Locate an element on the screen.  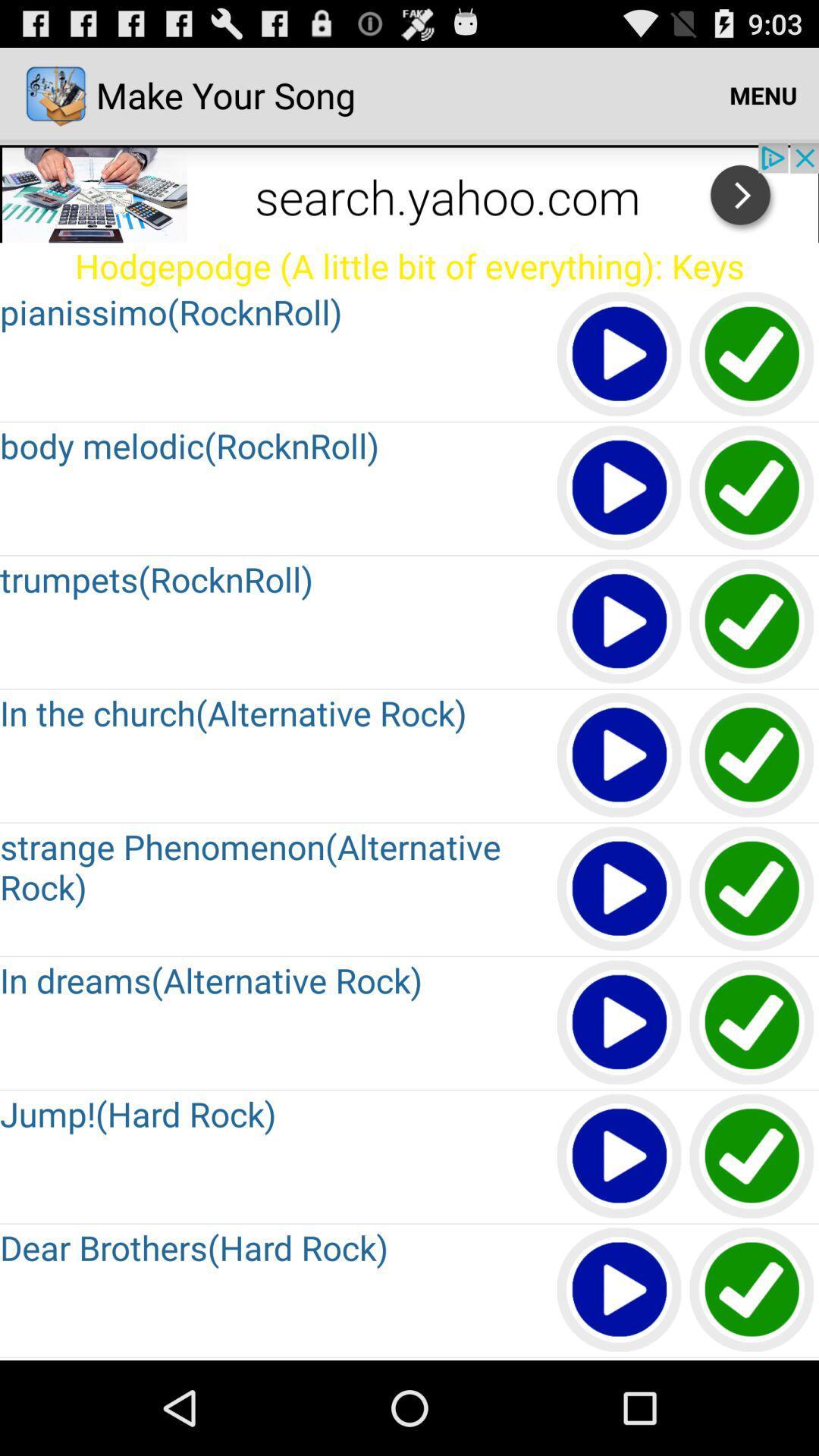
audio or video is located at coordinates (620, 1359).